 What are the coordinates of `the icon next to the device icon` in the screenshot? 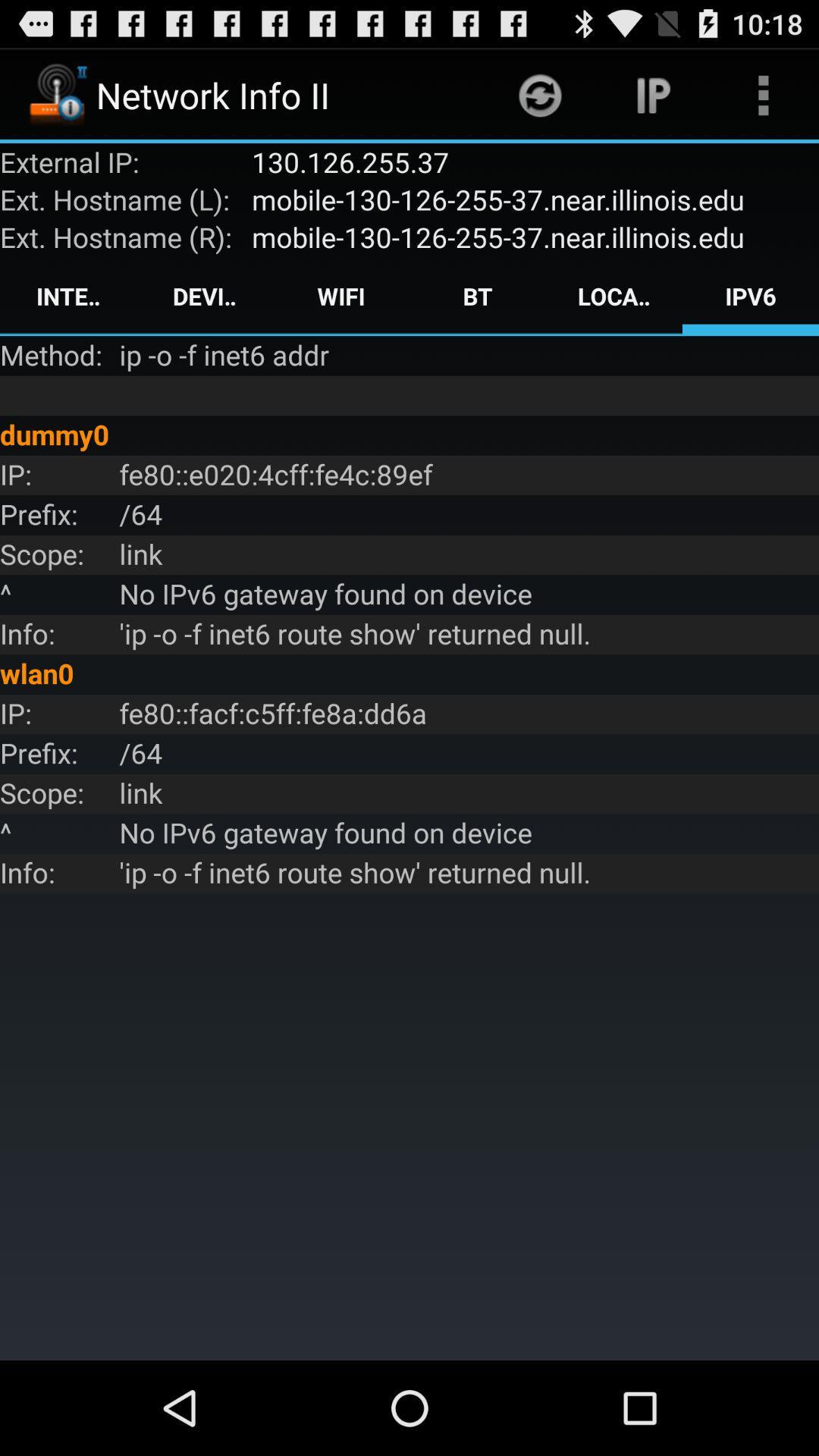 It's located at (341, 296).